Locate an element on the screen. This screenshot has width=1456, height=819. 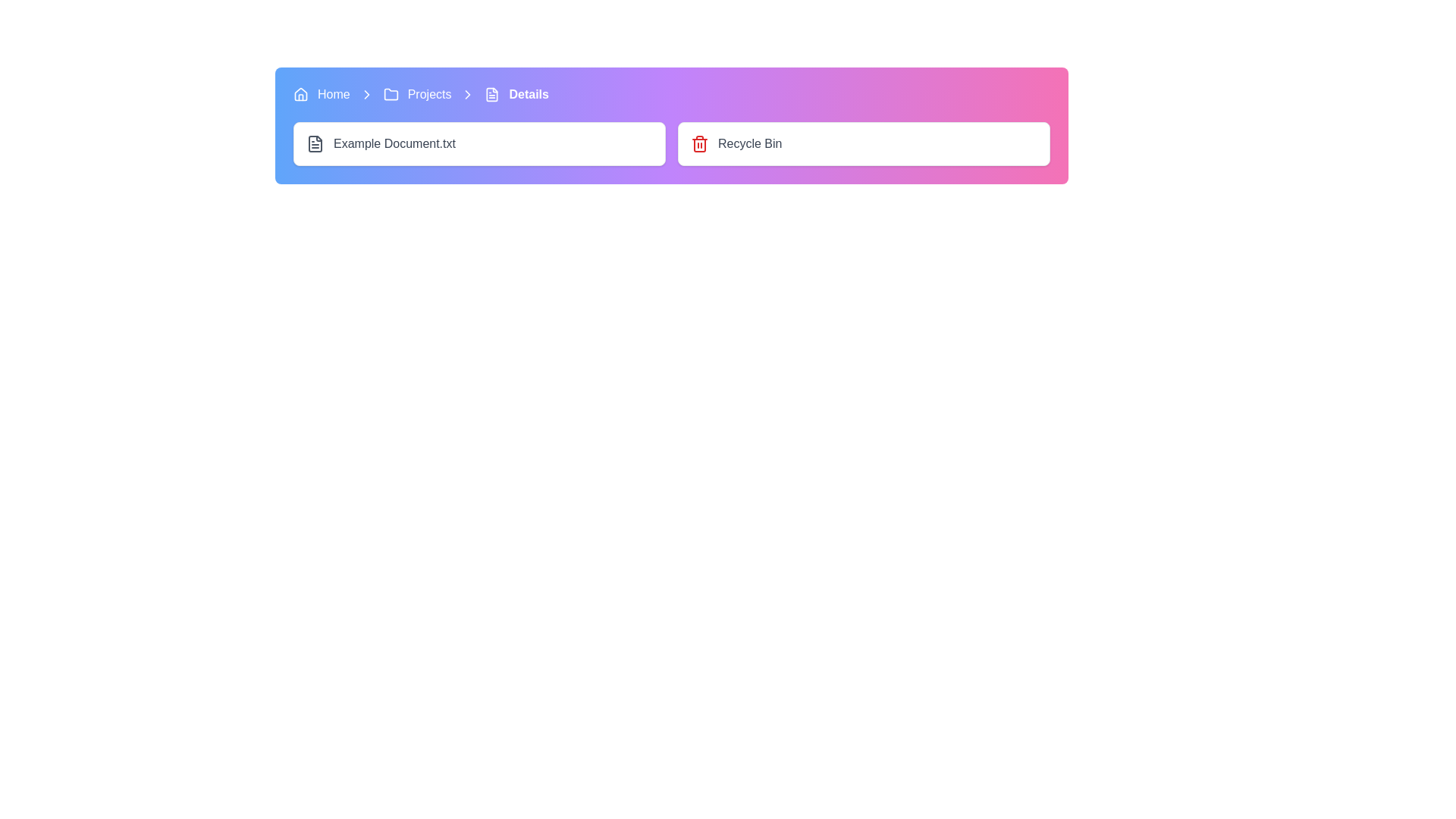
the Text label that indicates the current section in the breadcrumb navigation, positioned after the 'Projects' label and before the right-facing chevron icon is located at coordinates (529, 94).